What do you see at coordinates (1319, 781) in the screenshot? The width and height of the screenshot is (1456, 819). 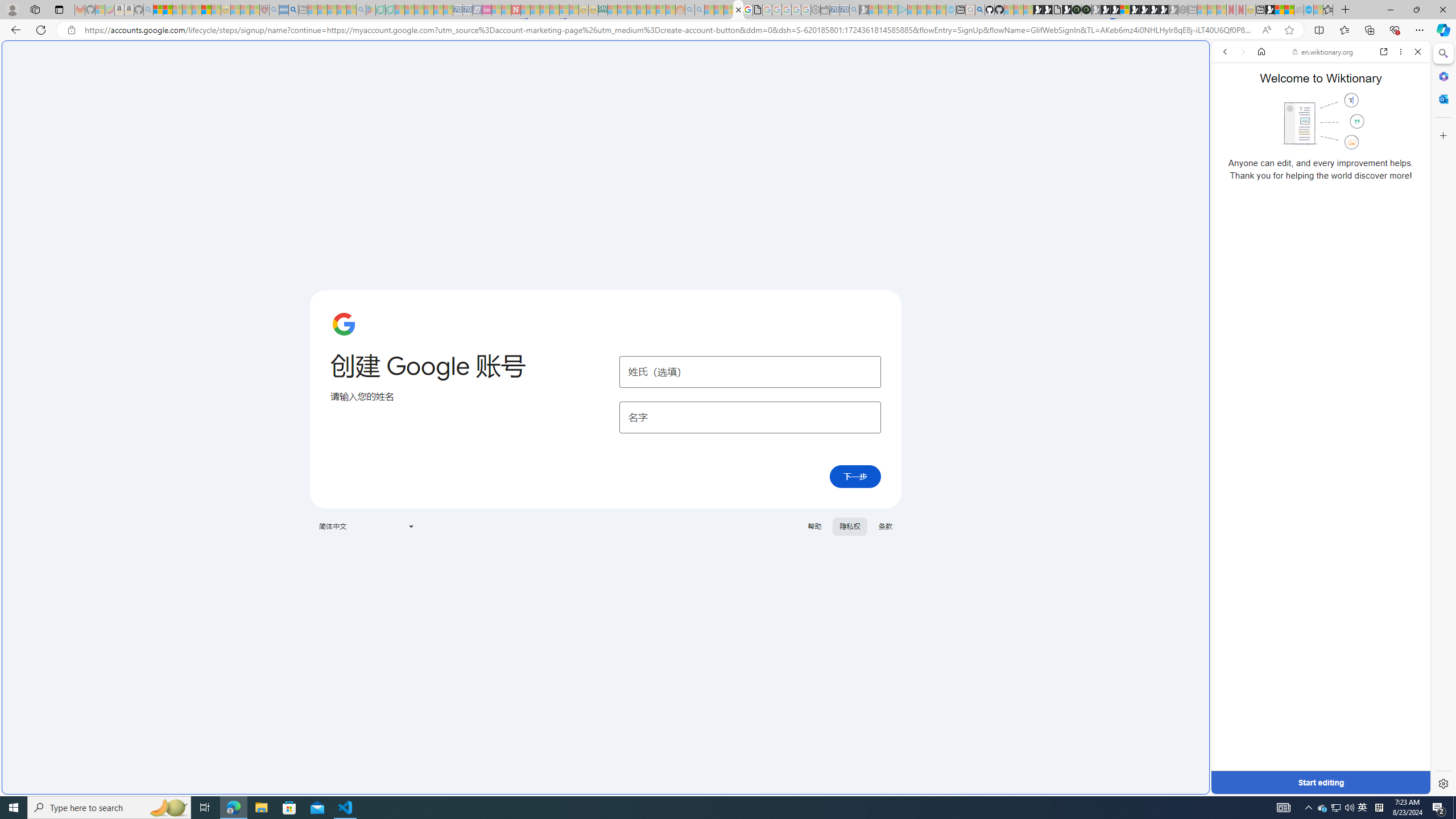 I see `'Start editing'` at bounding box center [1319, 781].